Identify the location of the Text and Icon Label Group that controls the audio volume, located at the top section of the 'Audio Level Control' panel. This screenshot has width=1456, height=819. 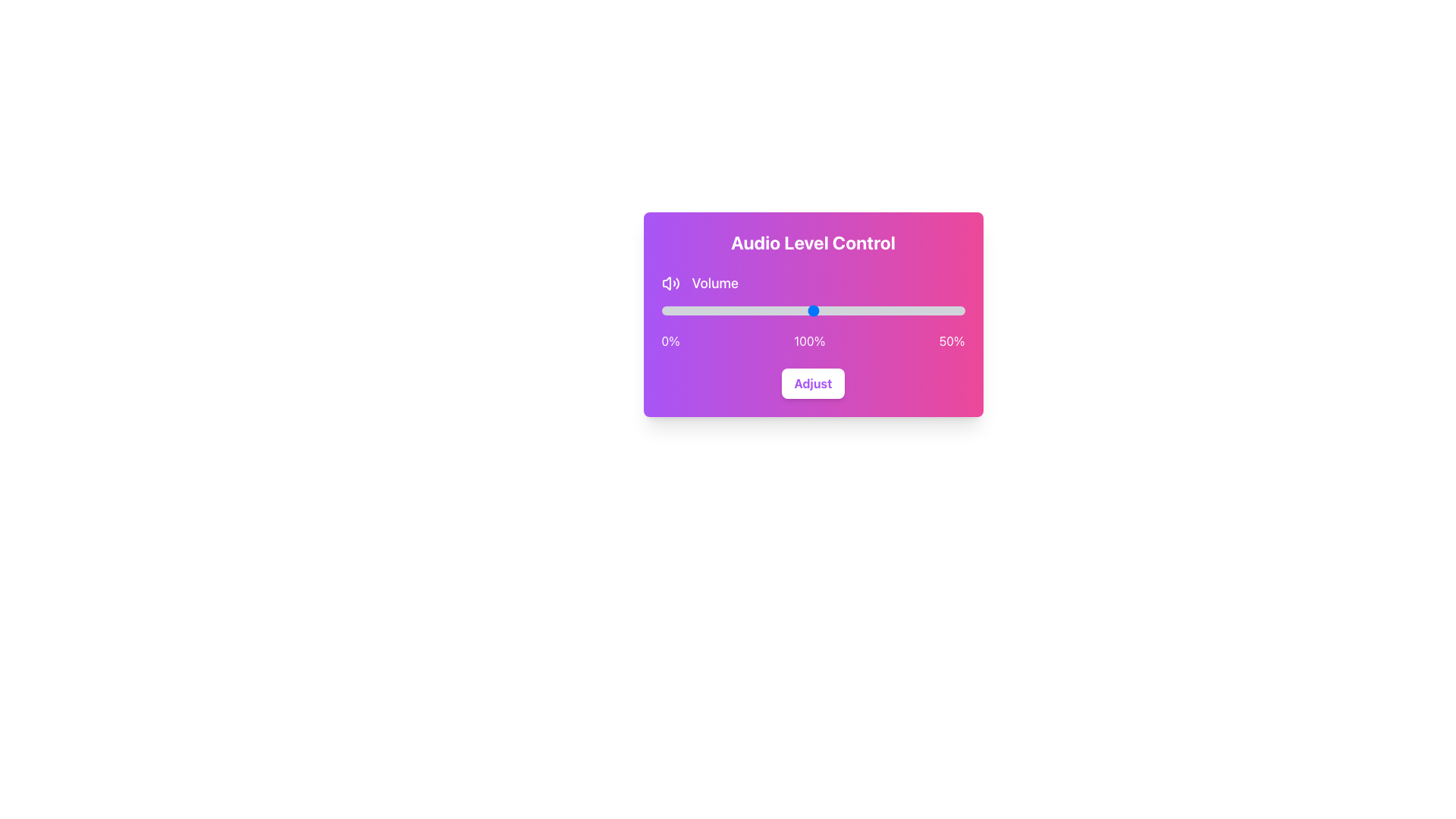
(812, 284).